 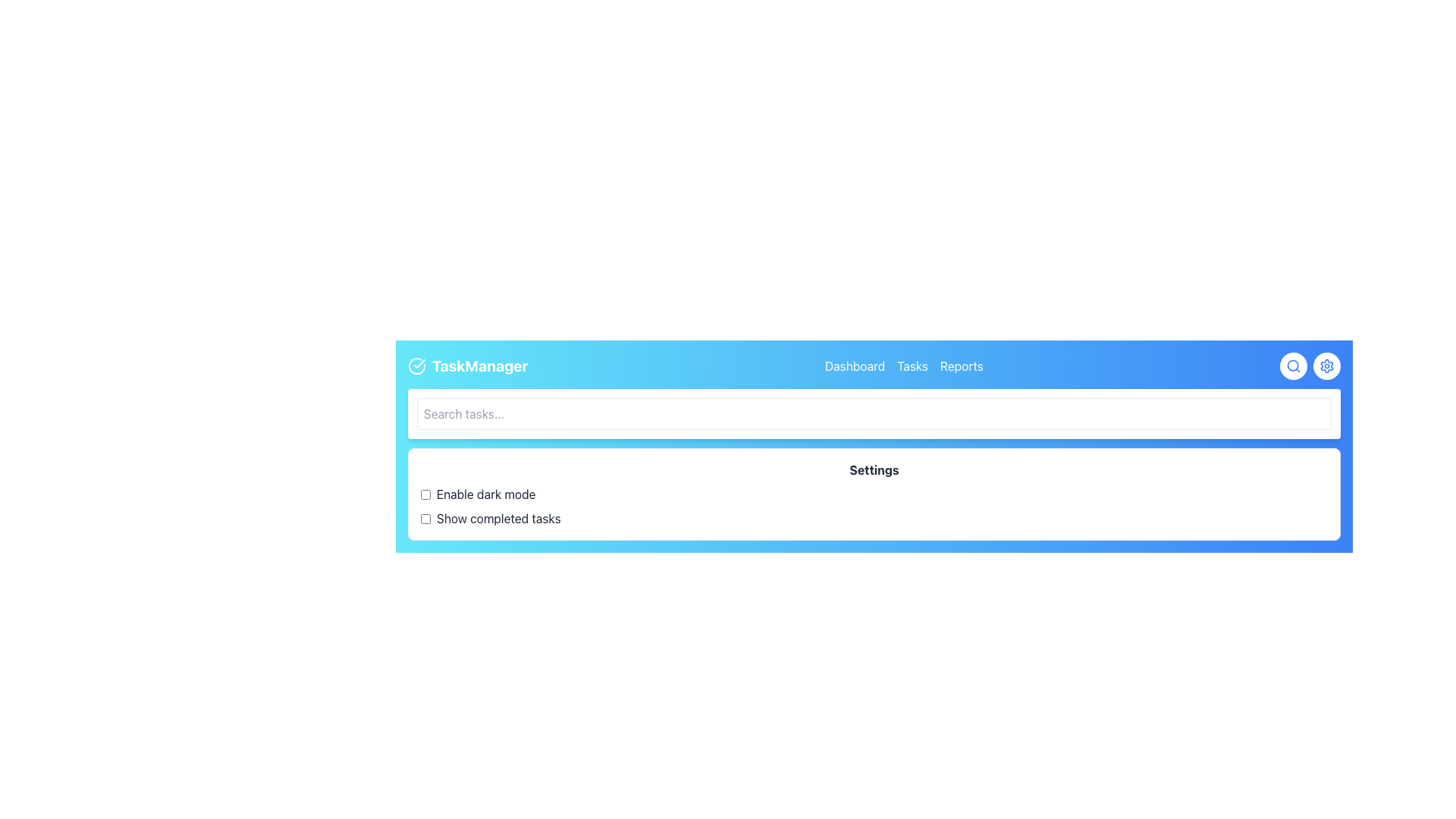 What do you see at coordinates (855, 366) in the screenshot?
I see `the first hyperlink in the top-right navigation menu` at bounding box center [855, 366].